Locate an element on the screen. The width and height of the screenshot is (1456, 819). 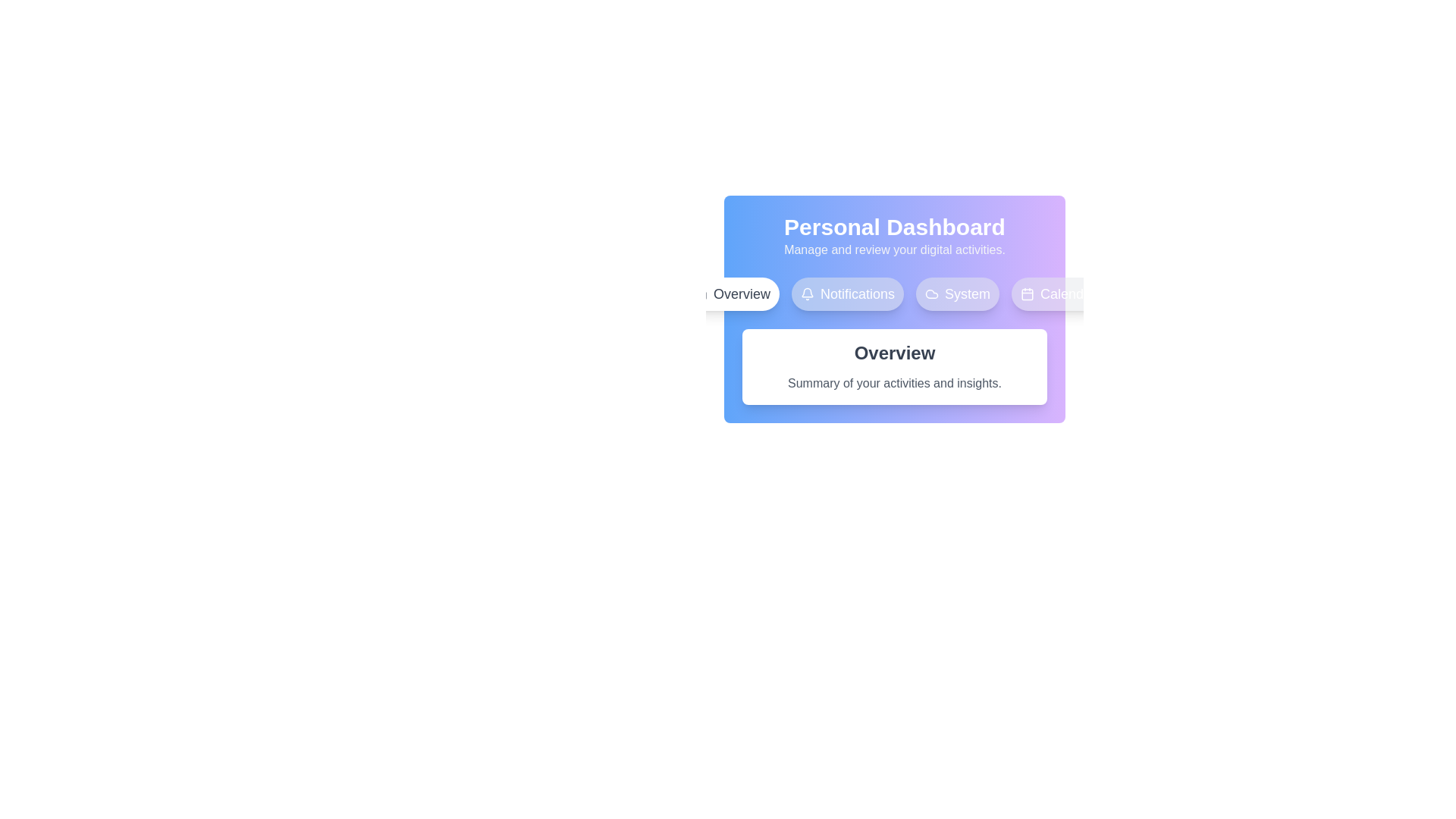
the tab labeled System is located at coordinates (956, 294).